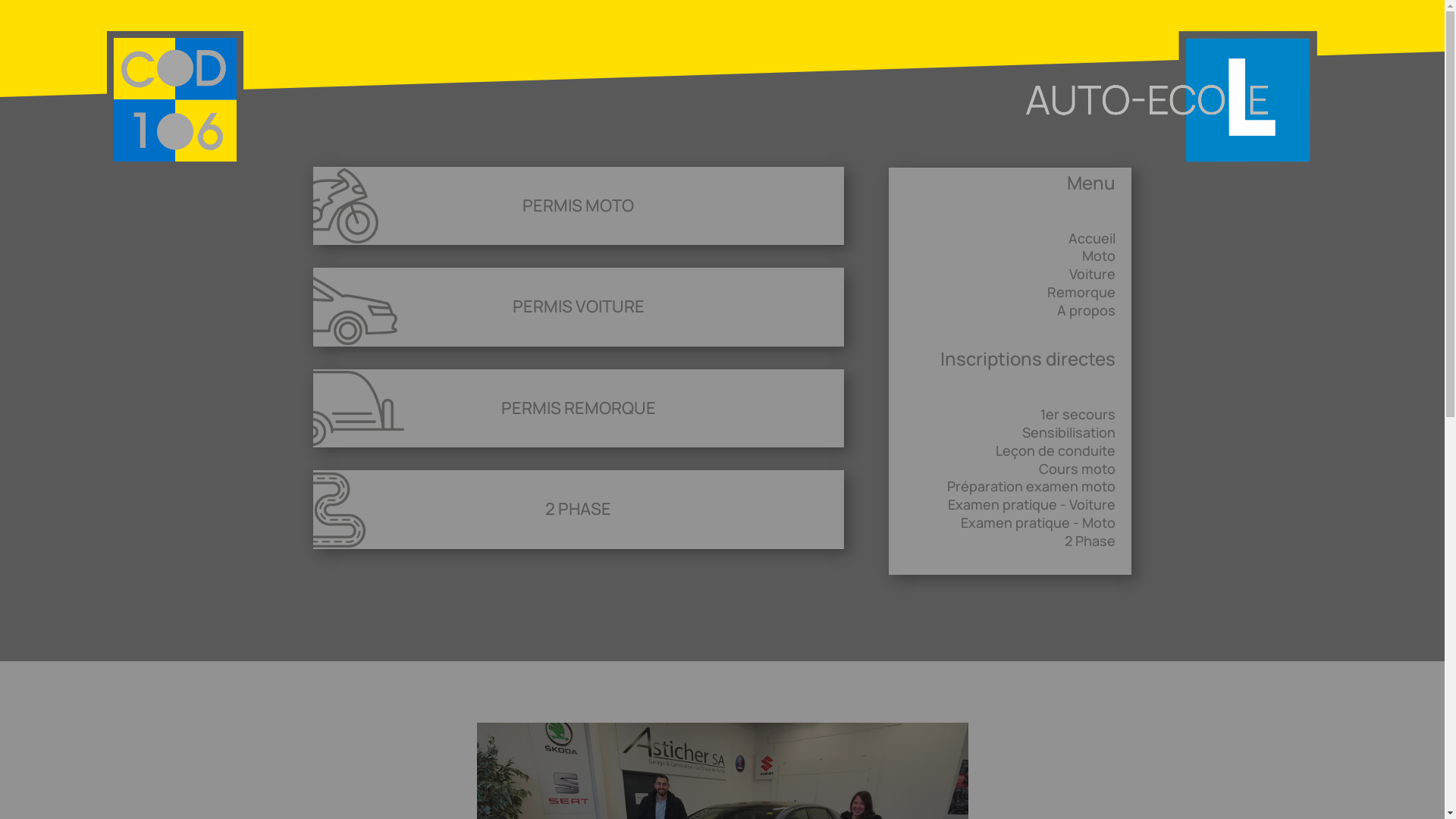 The image size is (1456, 819). Describe the element at coordinates (174, 99) in the screenshot. I see `'COD106_LOGO_Fond gris_gris clair'` at that location.